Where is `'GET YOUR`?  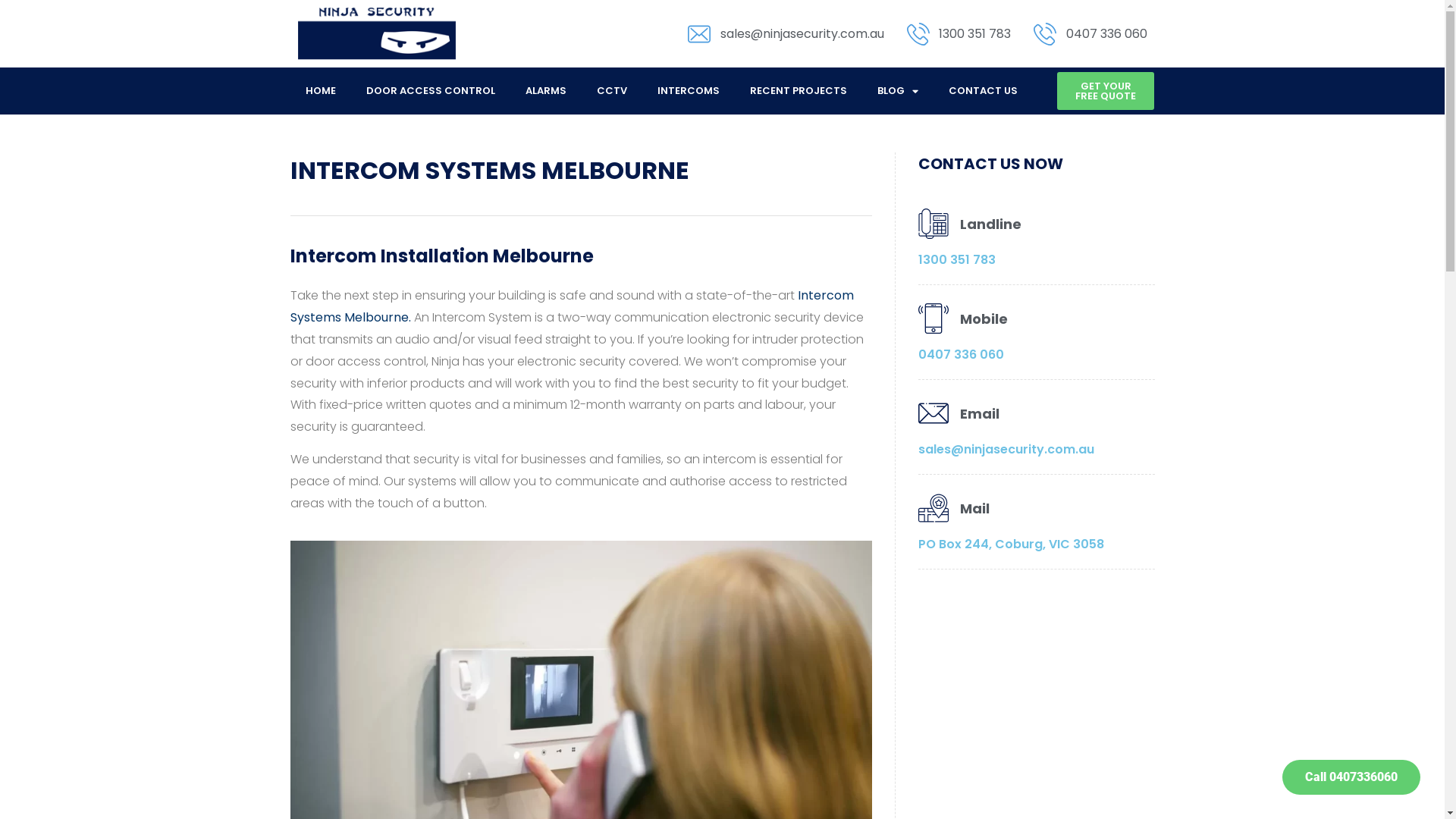
'GET YOUR is located at coordinates (1056, 90).